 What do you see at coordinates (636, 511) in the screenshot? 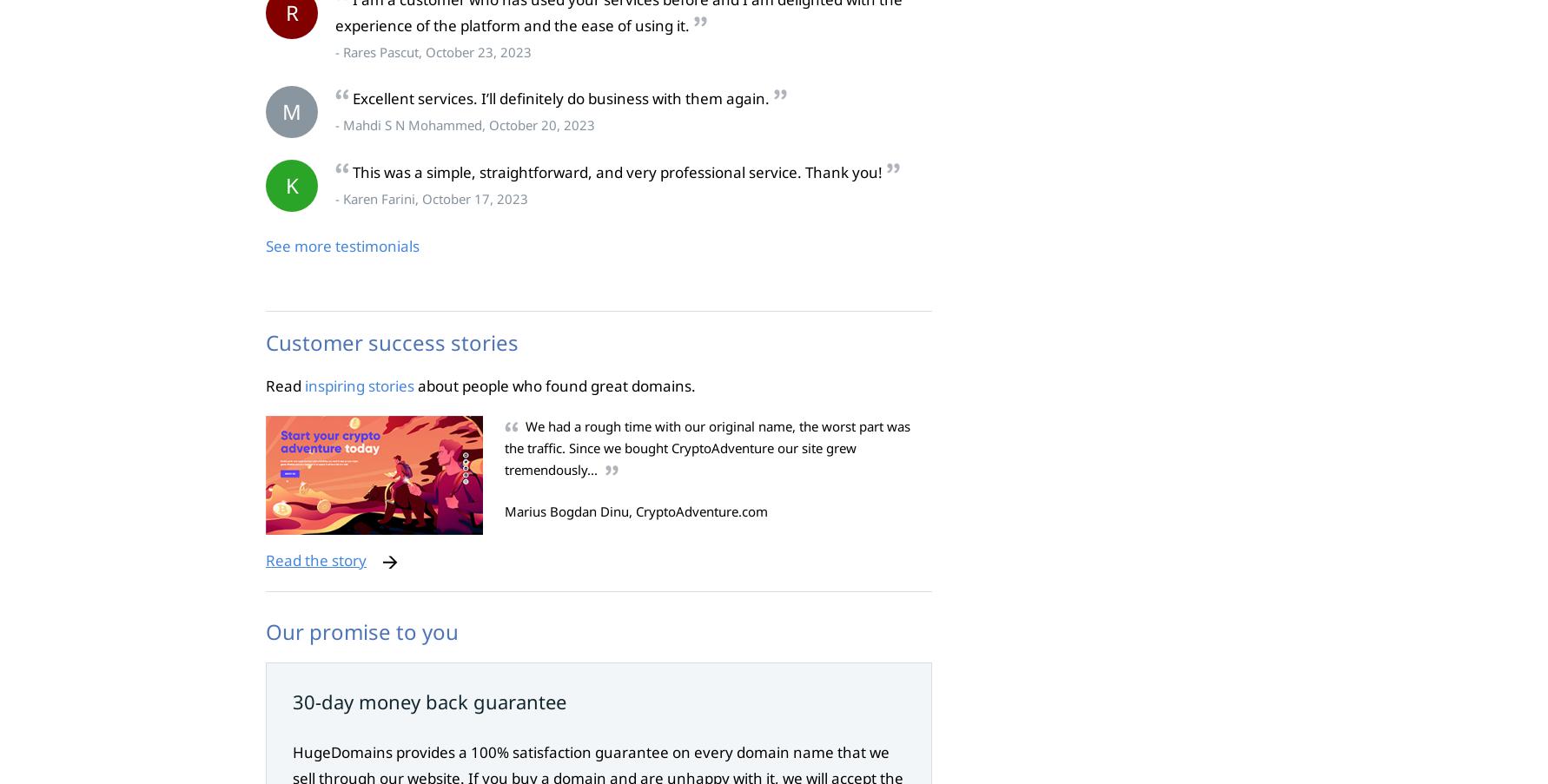
I see `'Marius Bogdan Dinu, CryptoAdventure.com'` at bounding box center [636, 511].